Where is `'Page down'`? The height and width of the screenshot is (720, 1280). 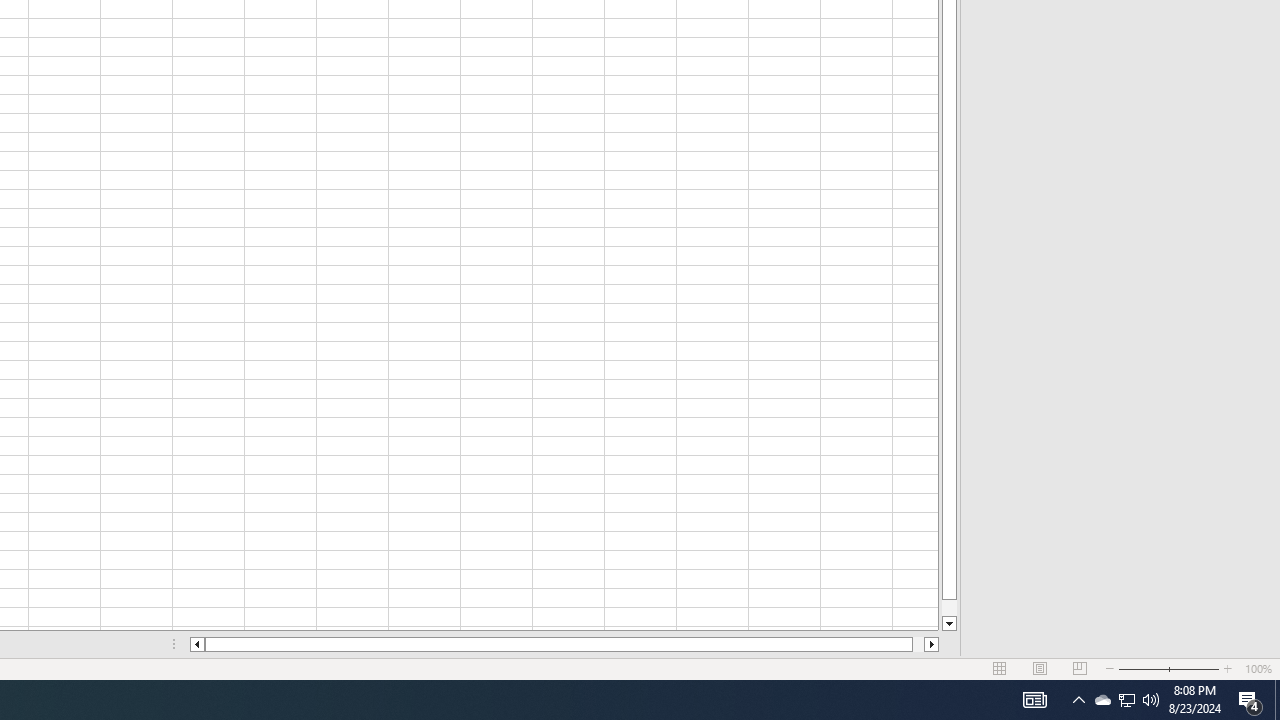
'Page down' is located at coordinates (948, 607).